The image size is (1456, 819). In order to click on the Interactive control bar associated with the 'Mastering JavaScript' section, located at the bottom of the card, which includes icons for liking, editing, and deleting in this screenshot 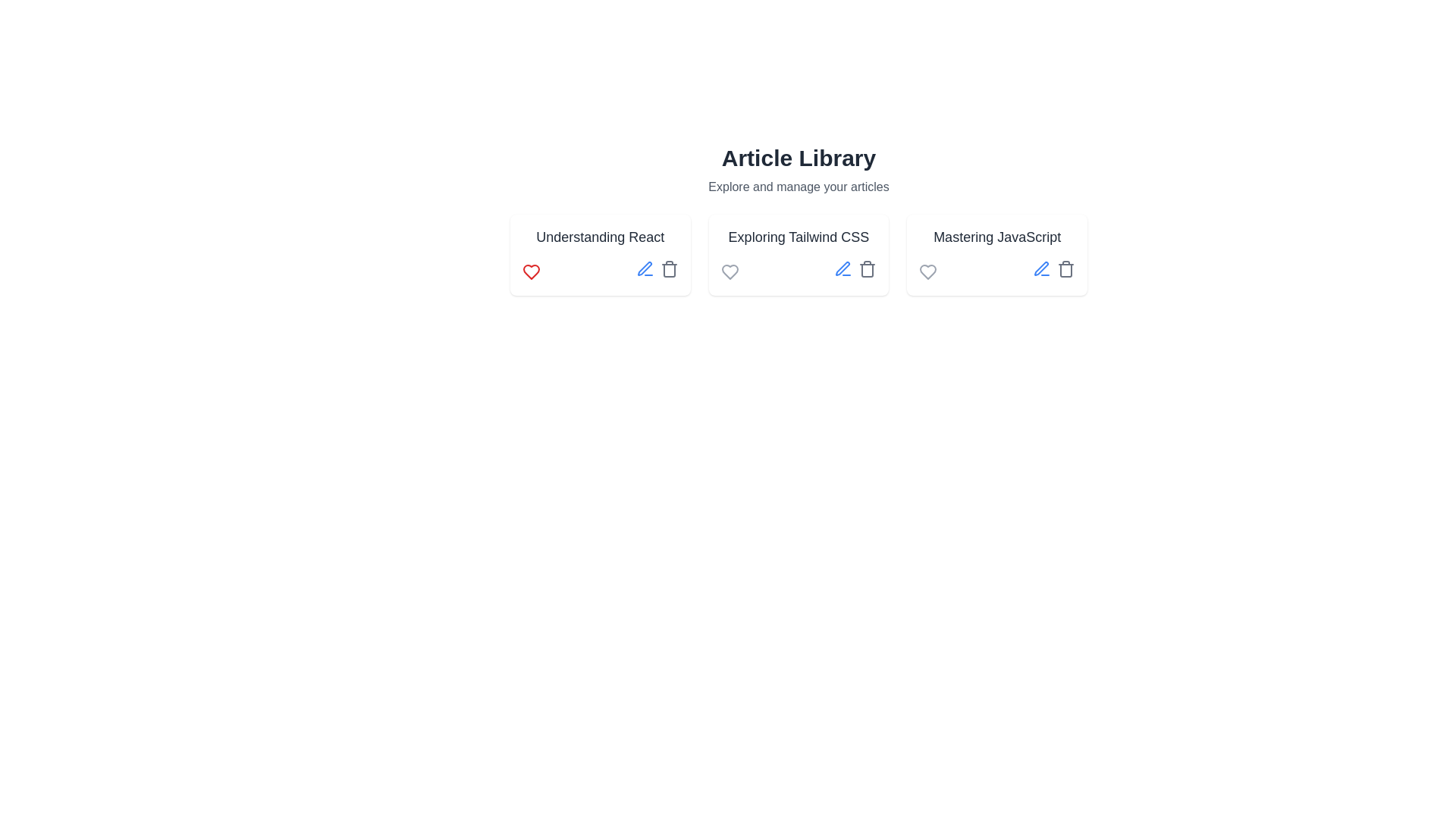, I will do `click(997, 271)`.